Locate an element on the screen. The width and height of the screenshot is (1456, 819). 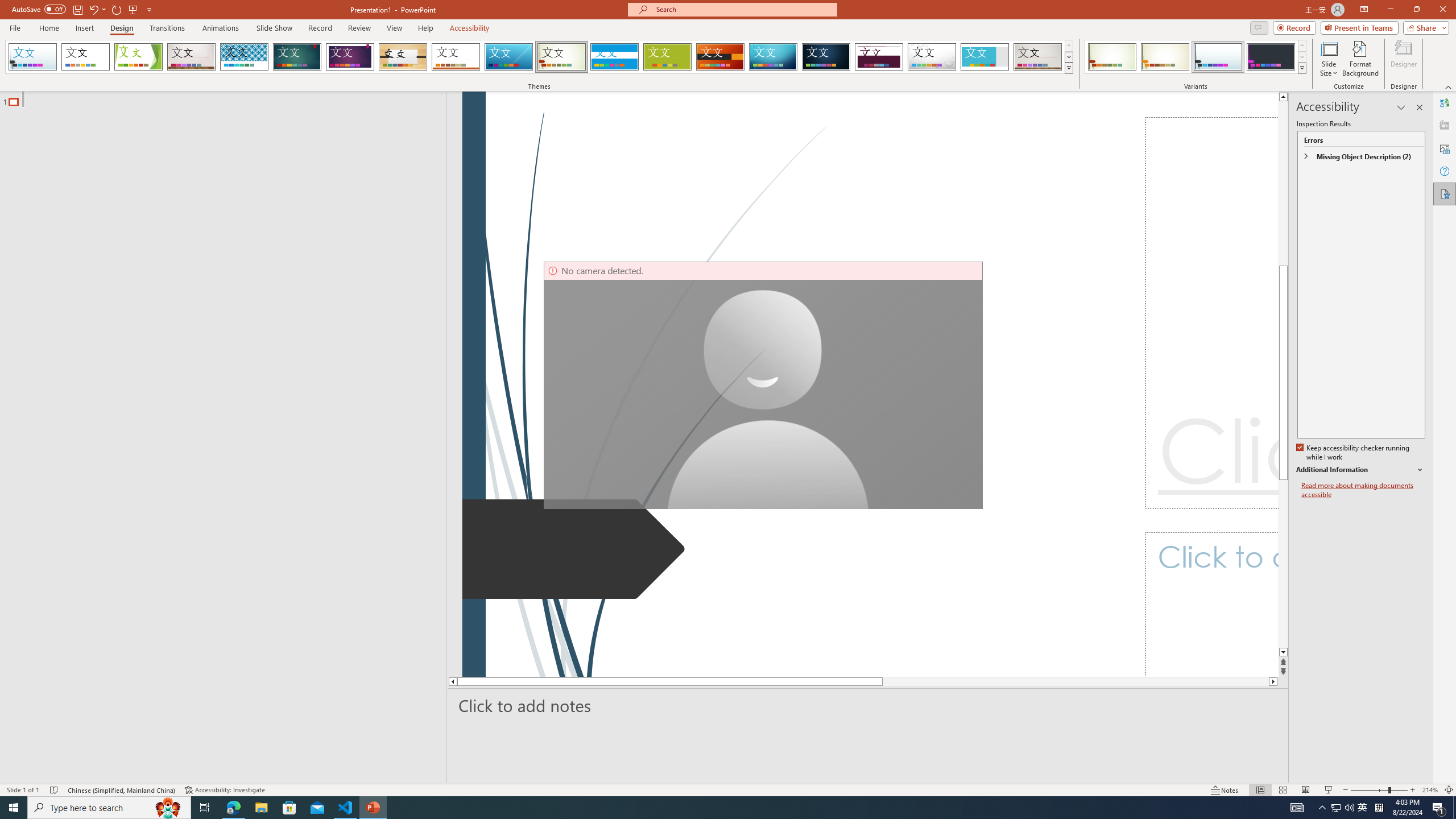
'Camera 7, No camera detected.' is located at coordinates (763, 385).